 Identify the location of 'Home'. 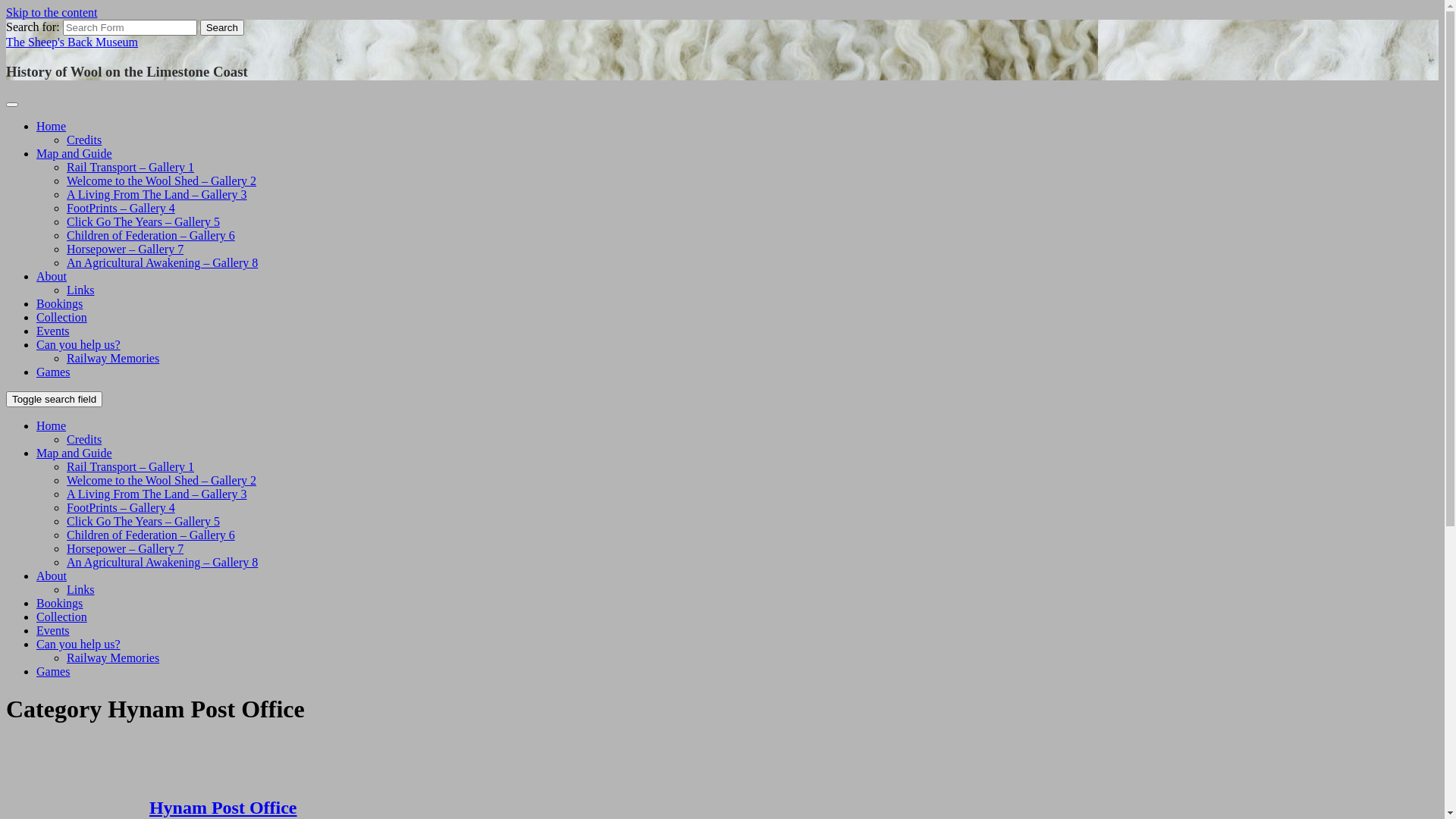
(36, 425).